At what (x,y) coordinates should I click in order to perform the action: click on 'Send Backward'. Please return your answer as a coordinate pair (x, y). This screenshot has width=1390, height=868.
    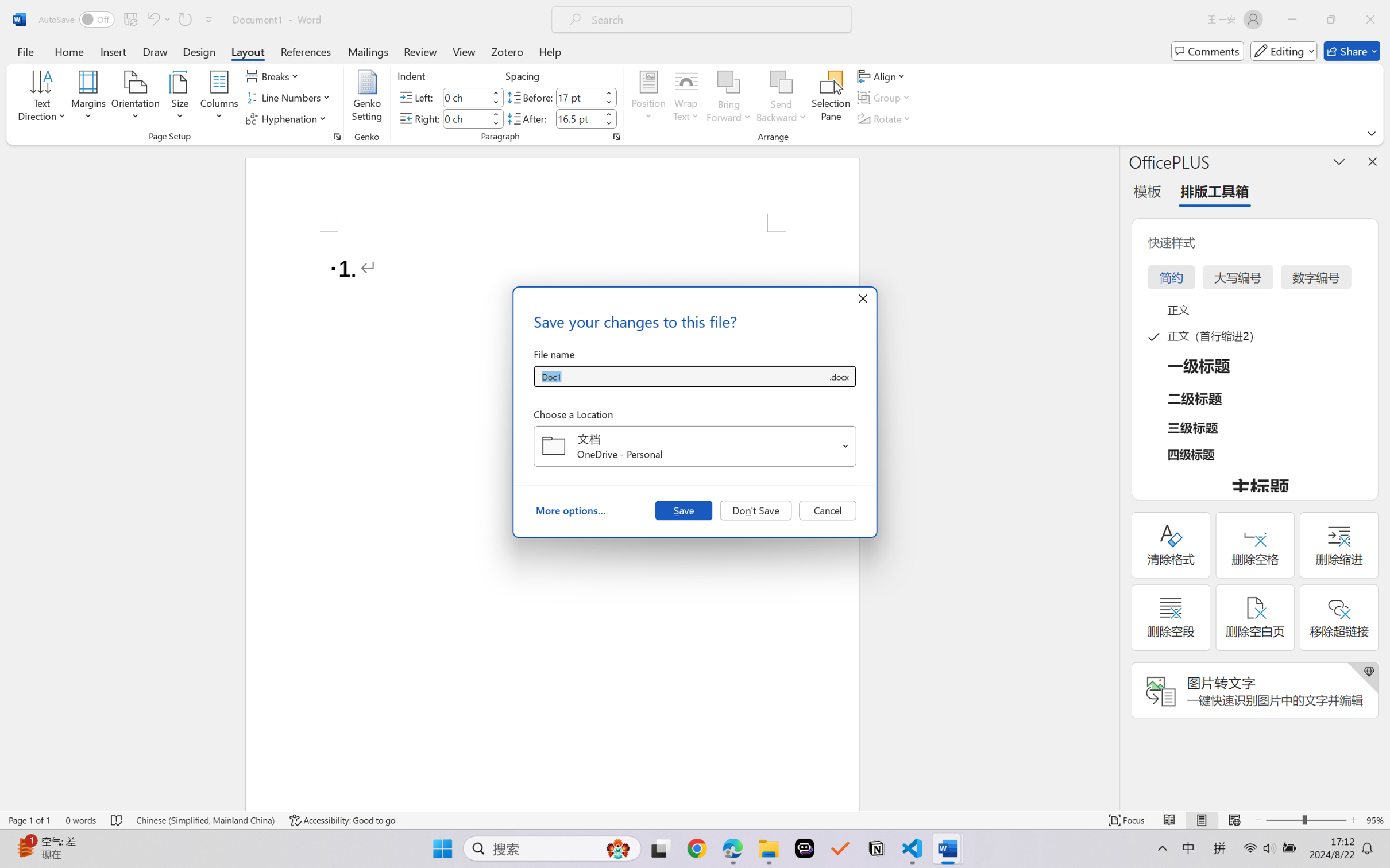
    Looking at the image, I should click on (781, 98).